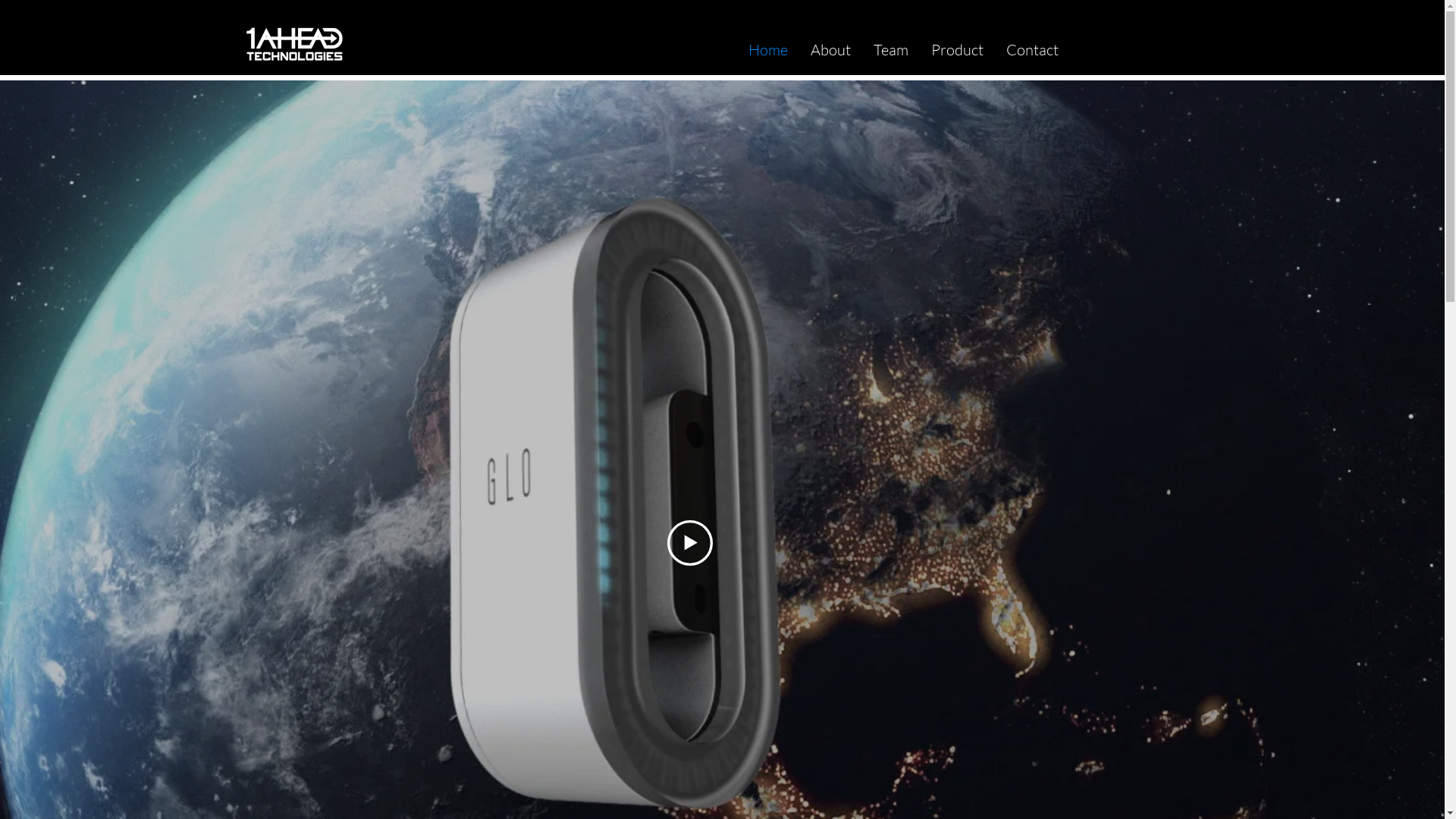  I want to click on 'About', so click(830, 49).